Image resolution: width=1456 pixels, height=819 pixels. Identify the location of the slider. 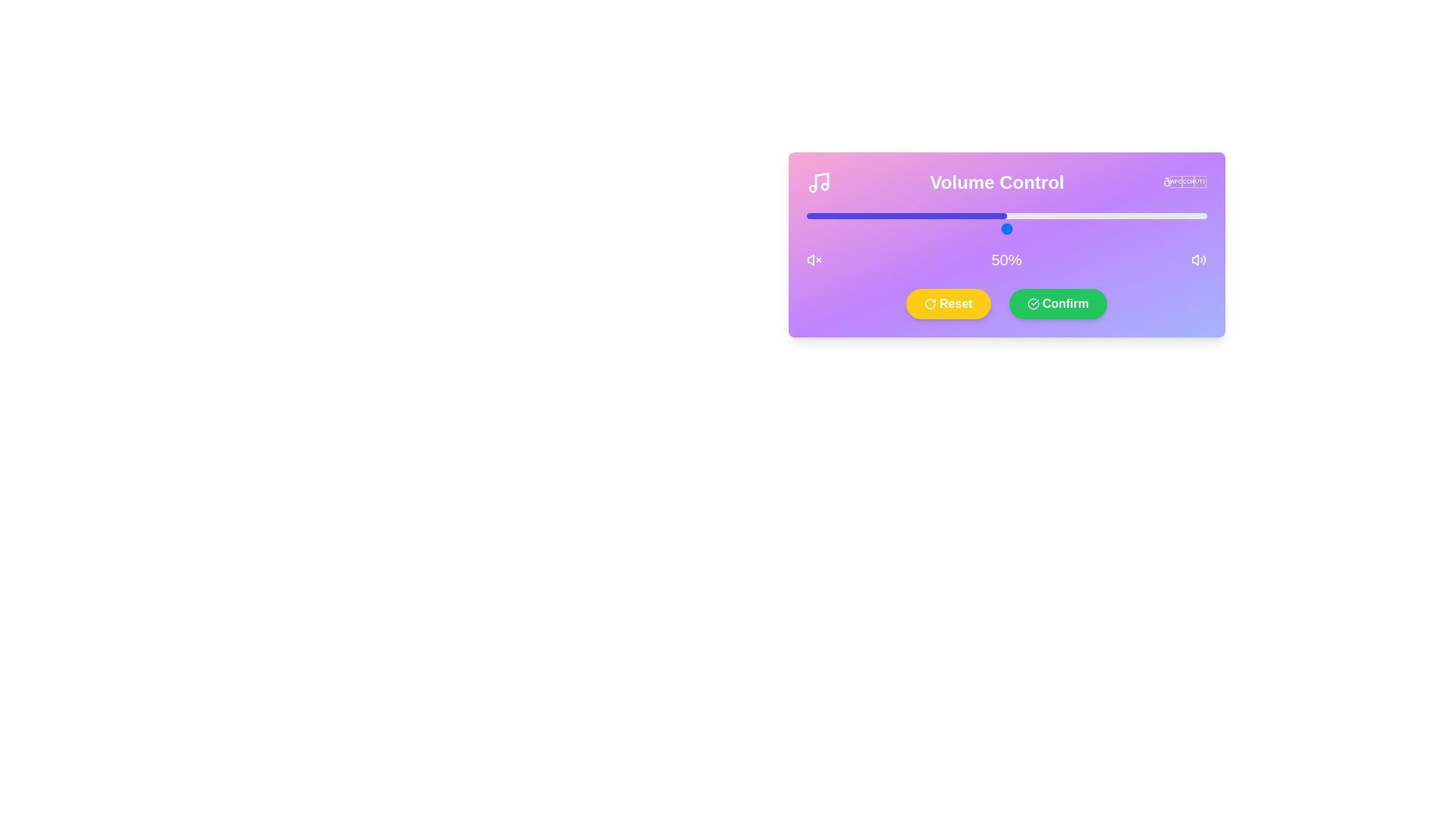
(899, 228).